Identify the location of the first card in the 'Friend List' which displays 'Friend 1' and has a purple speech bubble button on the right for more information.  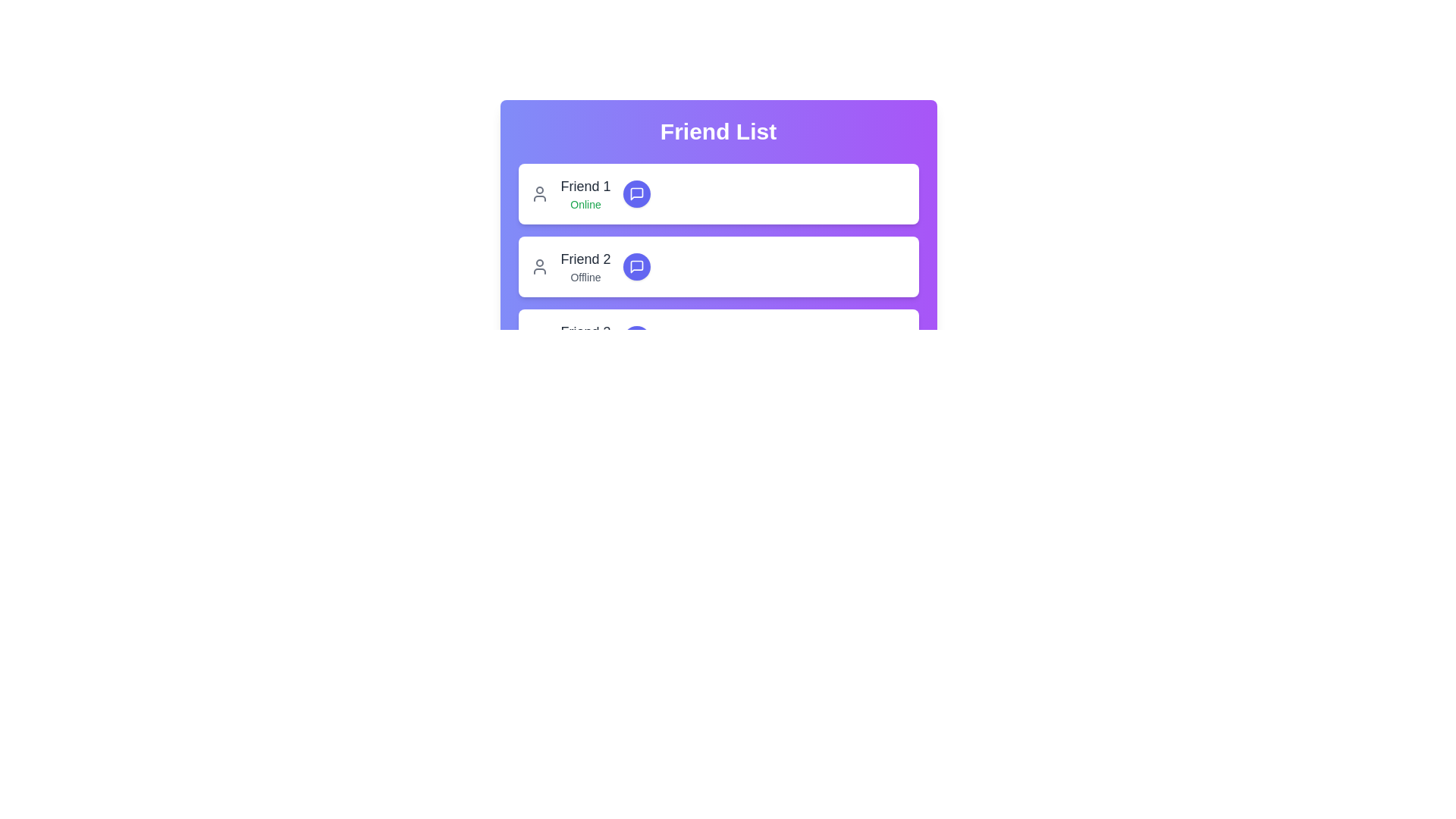
(717, 193).